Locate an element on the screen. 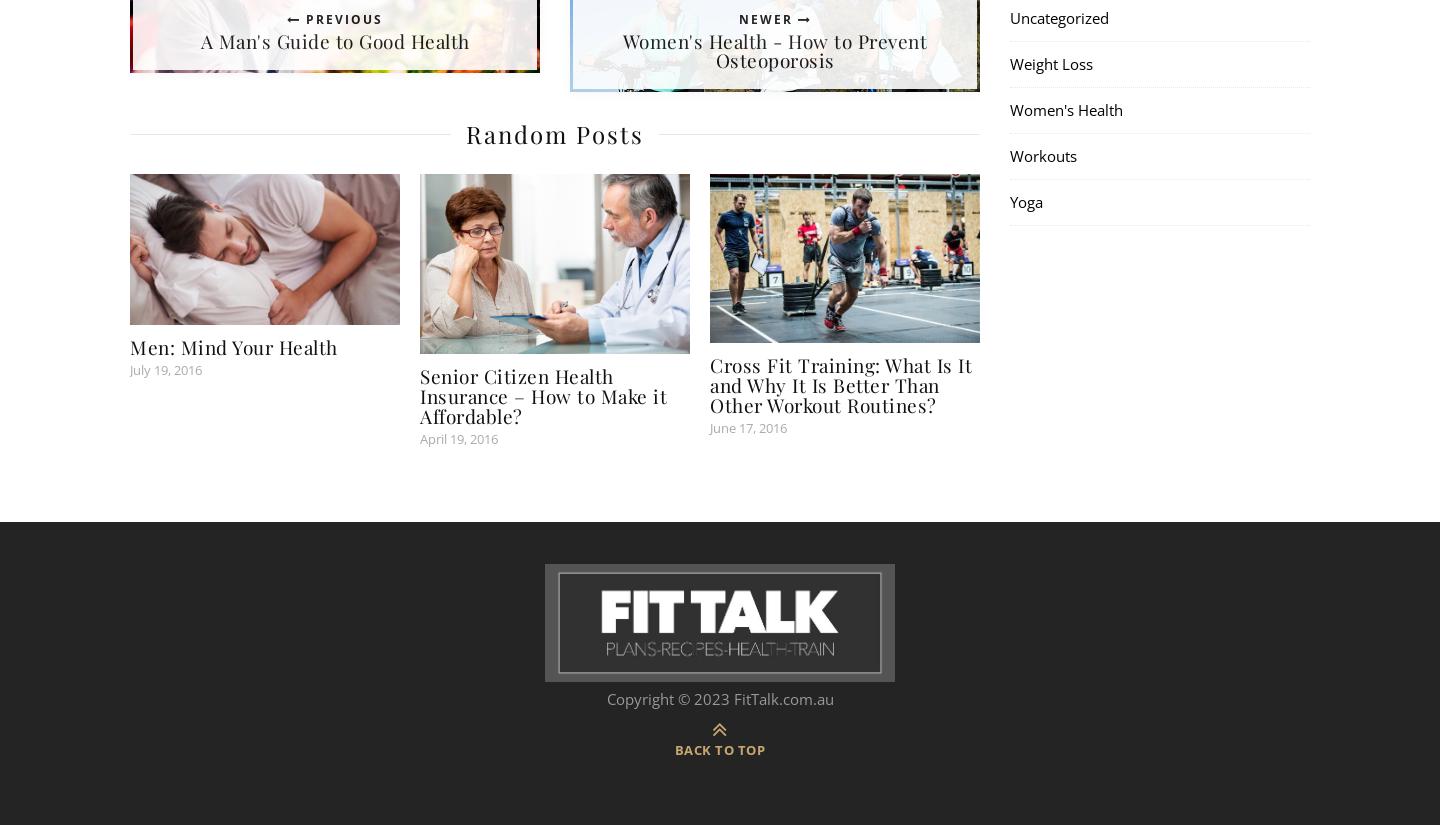  'June 17, 2016' is located at coordinates (747, 427).